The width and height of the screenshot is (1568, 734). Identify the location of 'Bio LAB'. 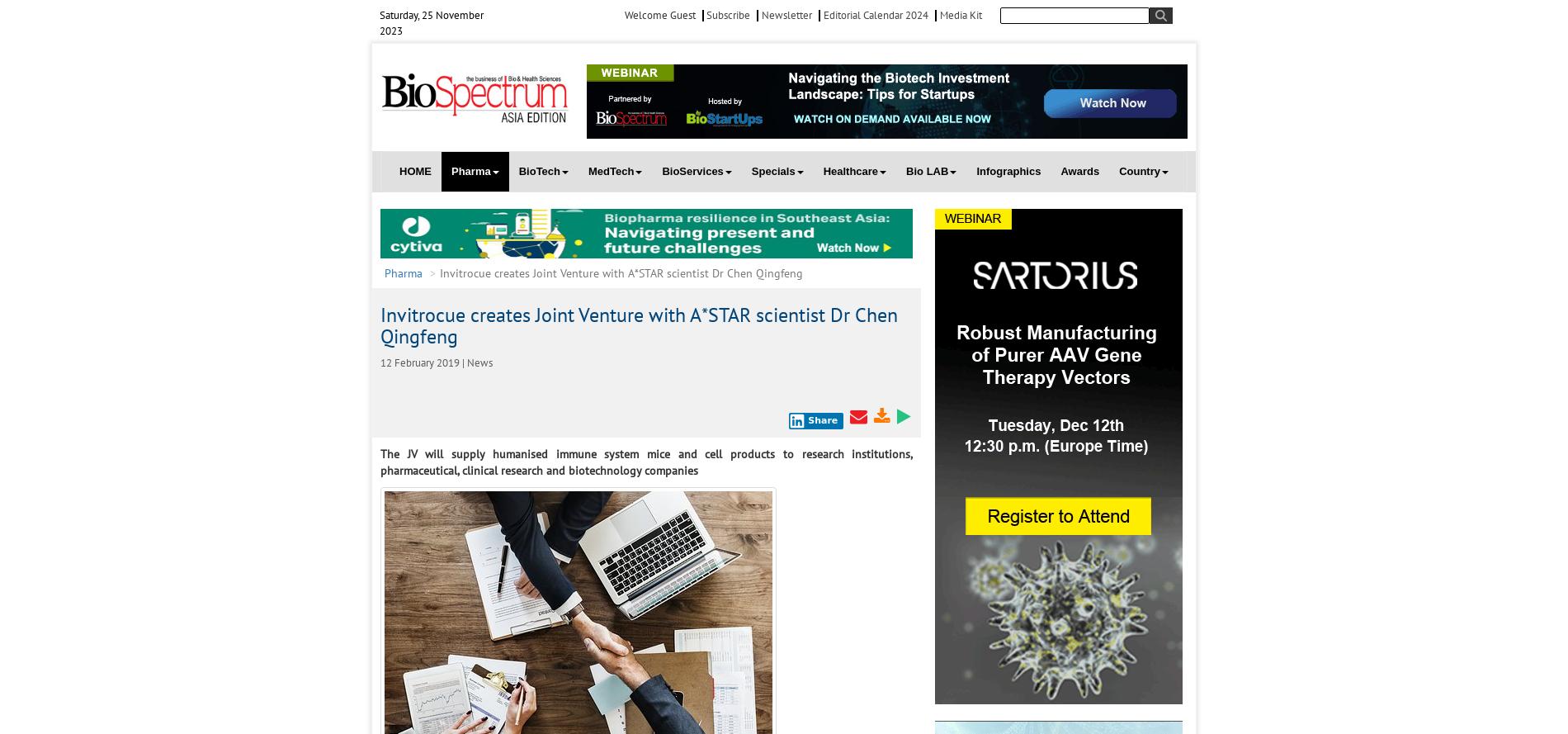
(927, 170).